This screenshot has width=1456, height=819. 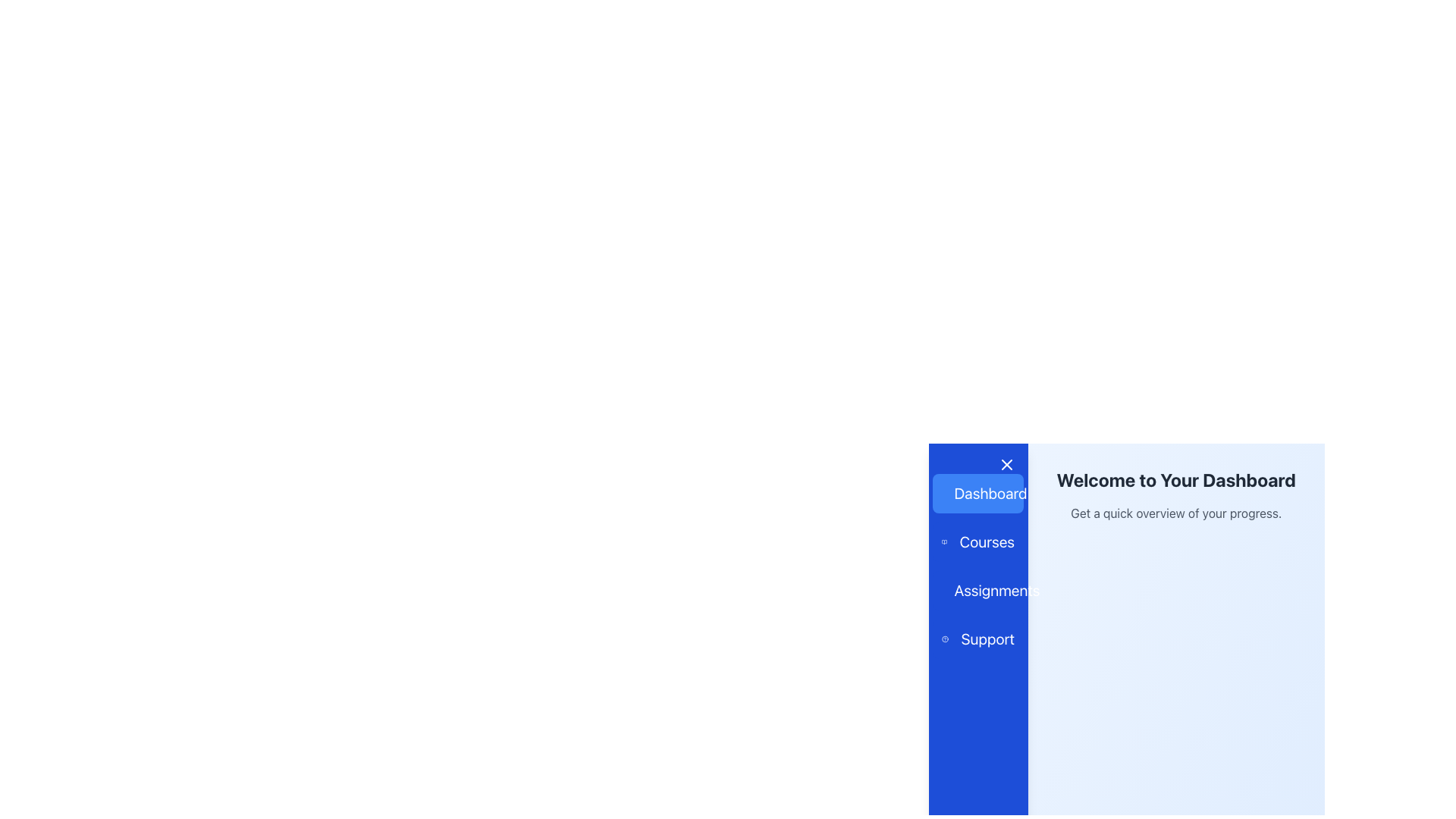 What do you see at coordinates (978, 590) in the screenshot?
I see `the navigation button located in the vertical menu, which is the third entry below 'Dashboard' and 'Courses'` at bounding box center [978, 590].